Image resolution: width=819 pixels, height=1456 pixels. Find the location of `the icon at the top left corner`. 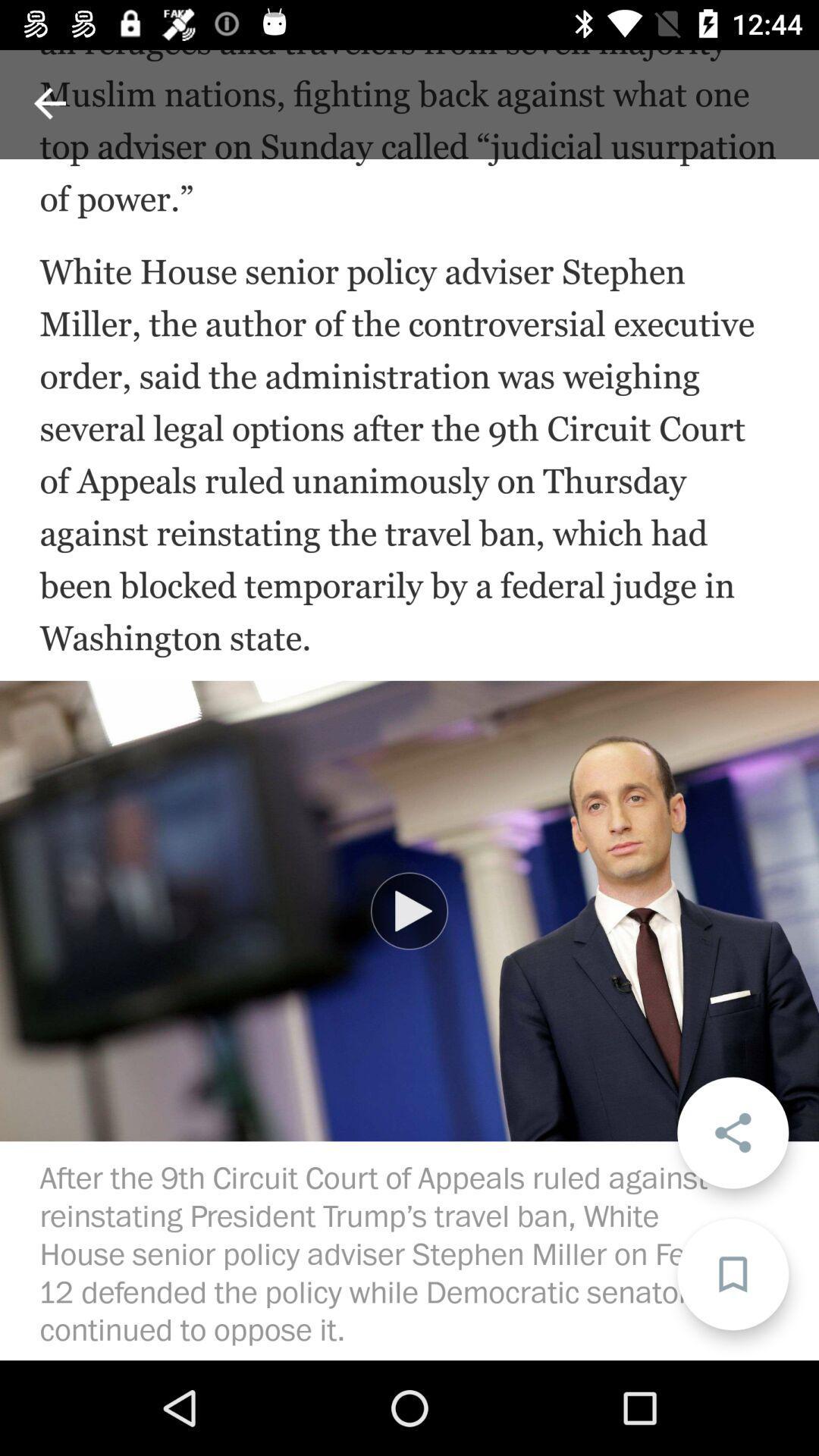

the icon at the top left corner is located at coordinates (49, 102).